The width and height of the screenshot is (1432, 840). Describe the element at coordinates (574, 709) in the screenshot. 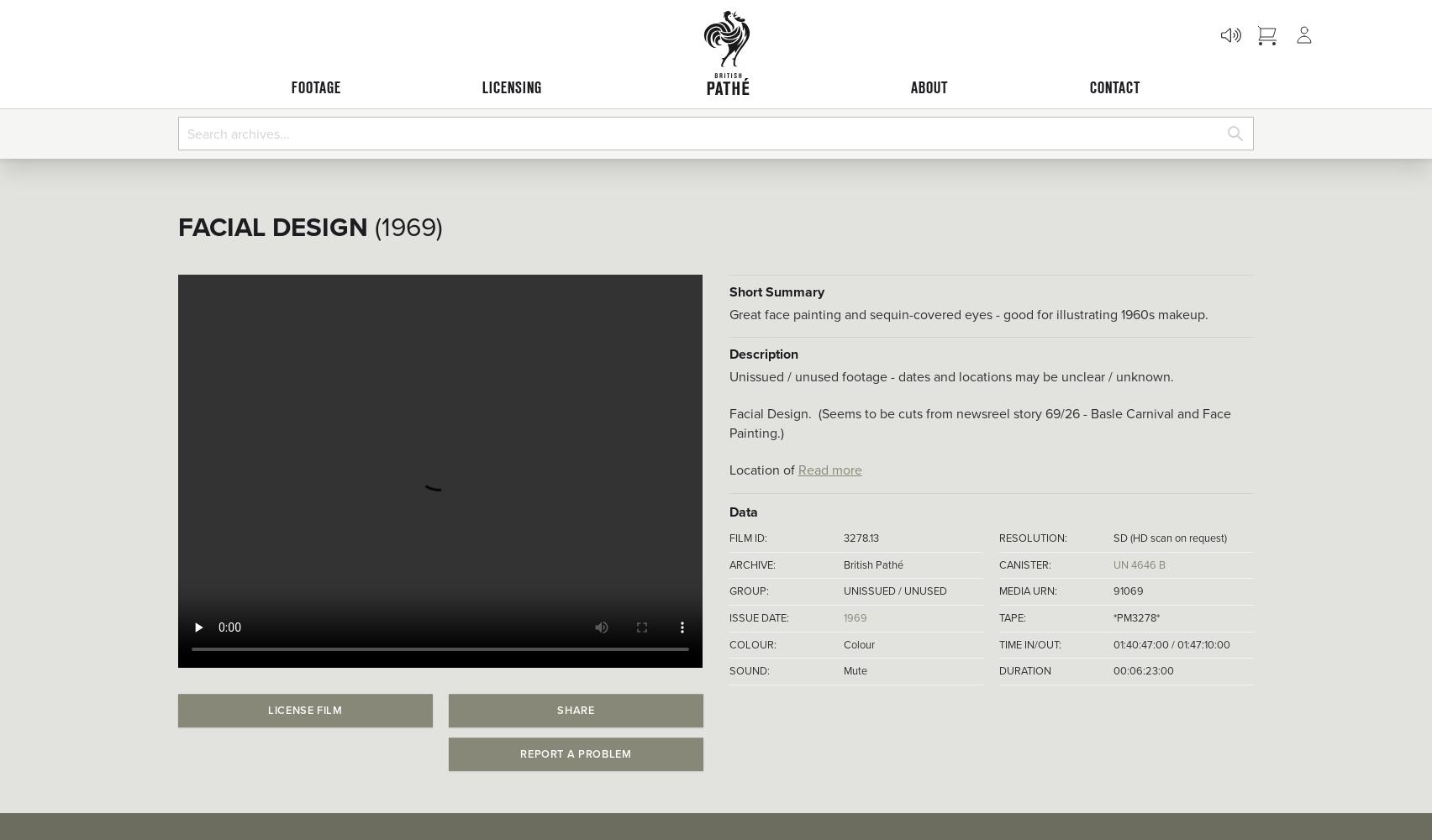

I see `'SHARE'` at that location.